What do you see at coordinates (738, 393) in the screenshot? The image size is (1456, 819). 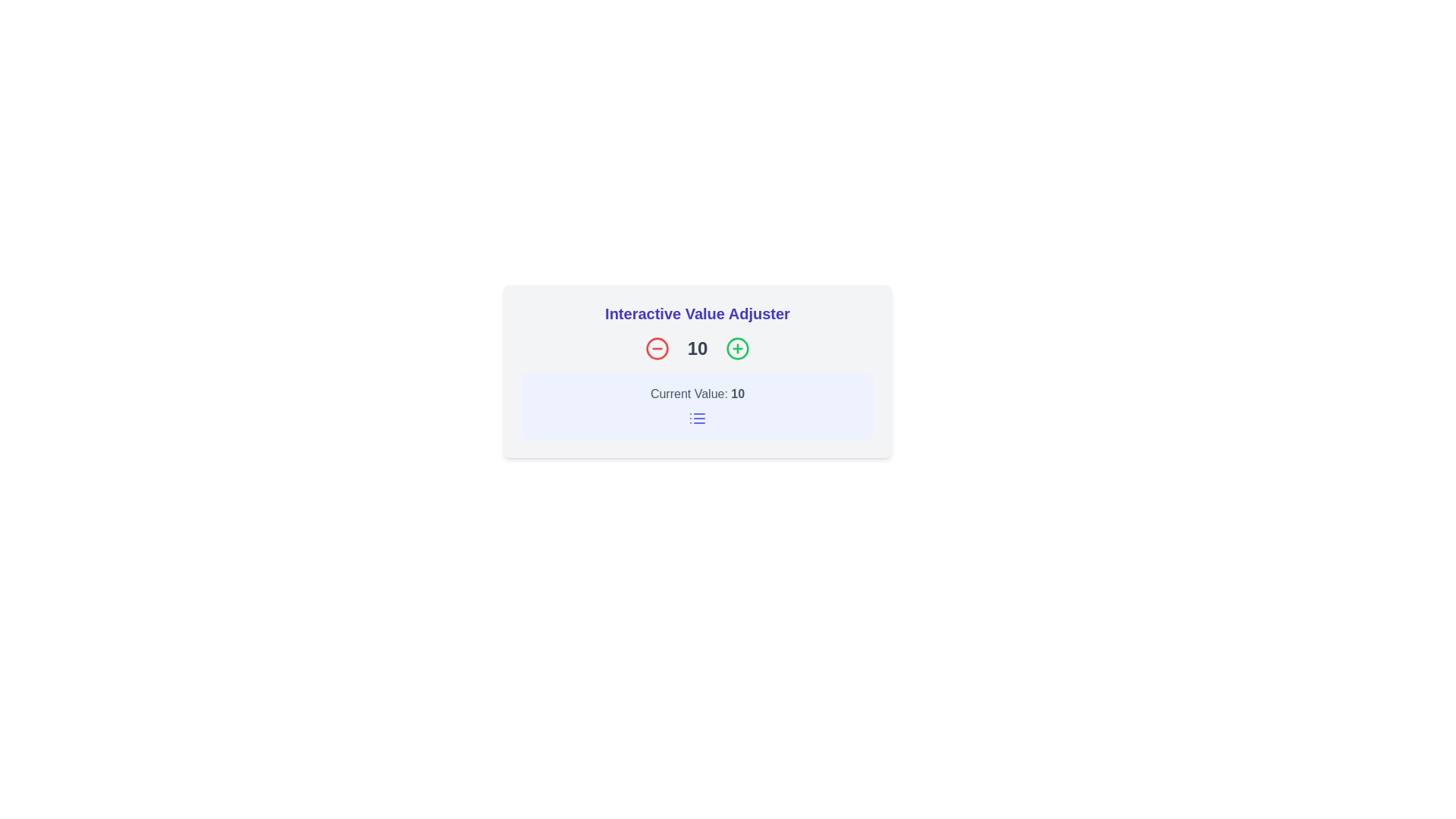 I see `the text label displaying the current numeric value, which is part of the phrase 'Current Value: 10' located below the header and icon row` at bounding box center [738, 393].